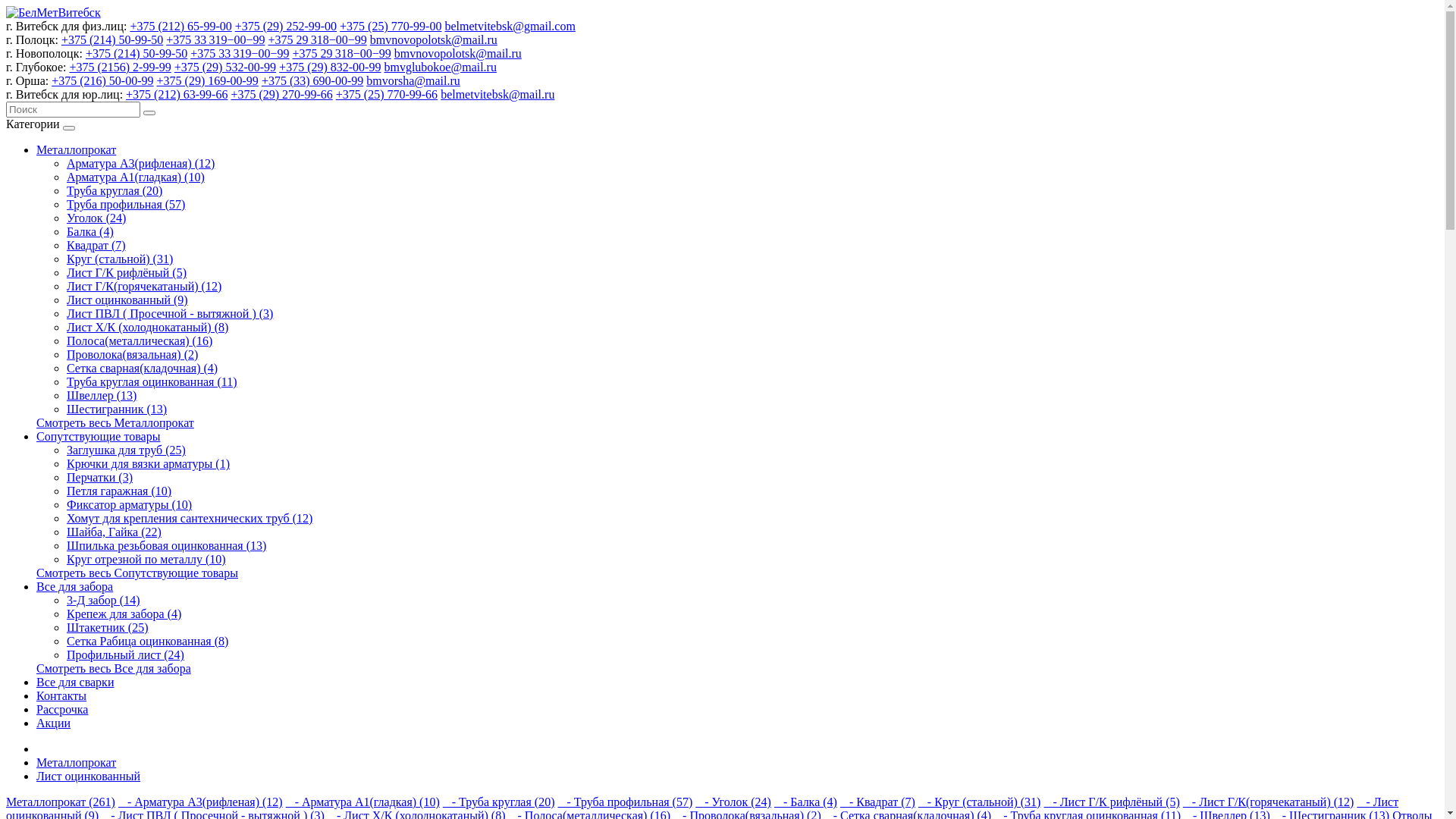 This screenshot has height=819, width=1456. I want to click on 'belmetvitebsk@gmail.com', so click(510, 26).